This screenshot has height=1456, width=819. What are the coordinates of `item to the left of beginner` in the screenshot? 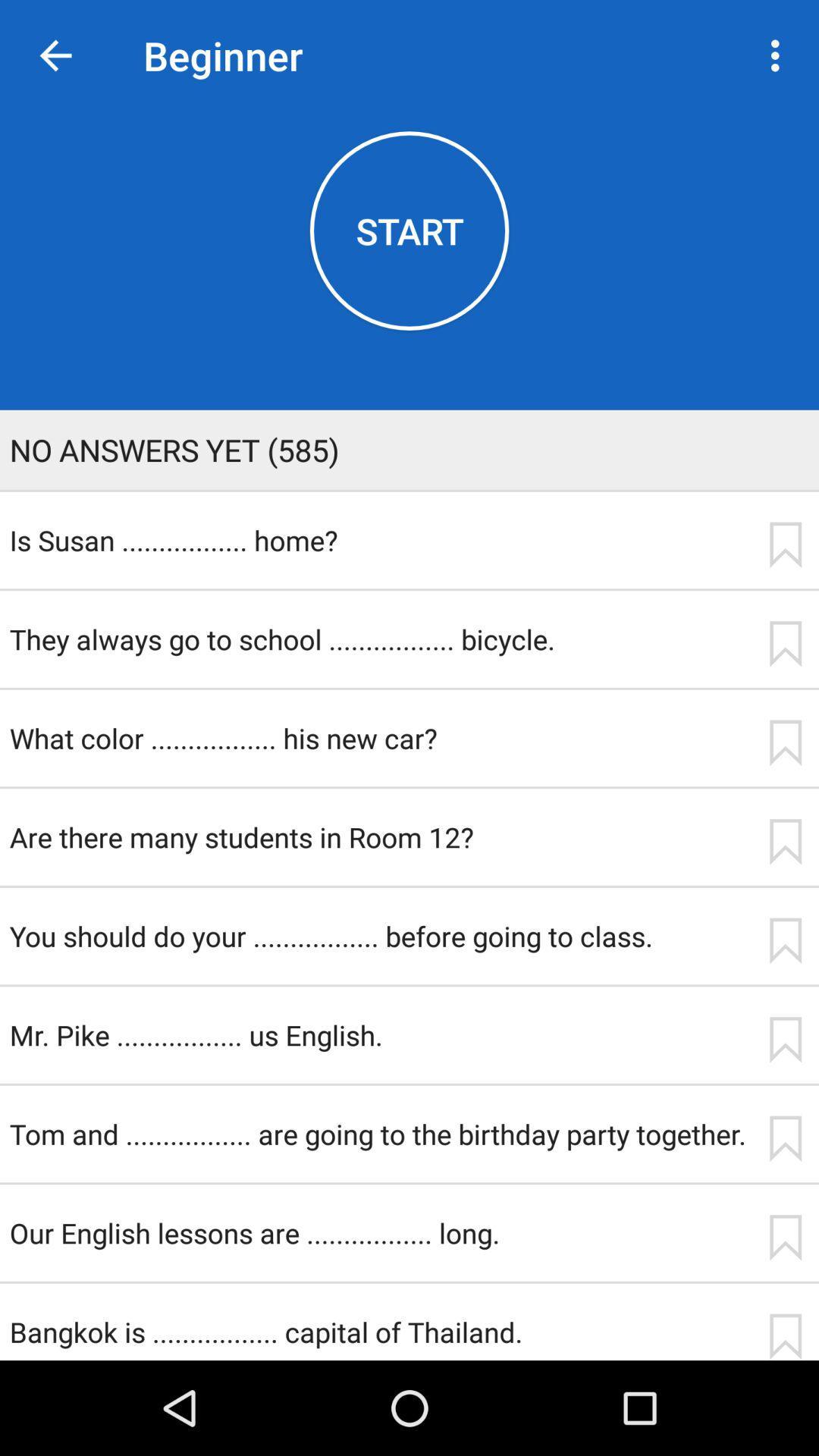 It's located at (55, 55).